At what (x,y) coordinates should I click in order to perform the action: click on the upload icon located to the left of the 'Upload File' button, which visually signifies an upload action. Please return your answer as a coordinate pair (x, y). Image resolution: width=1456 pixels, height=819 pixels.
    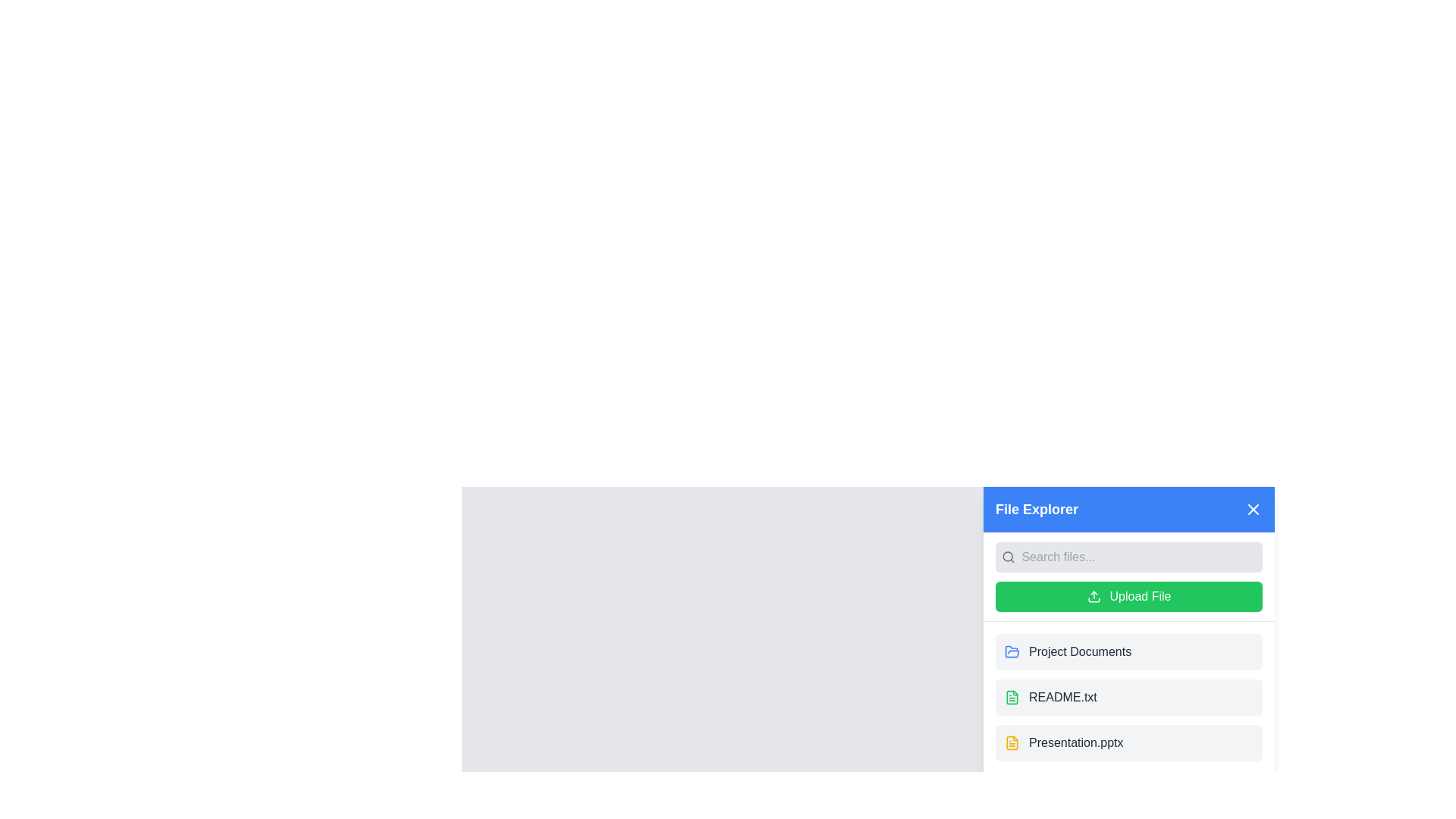
    Looking at the image, I should click on (1094, 595).